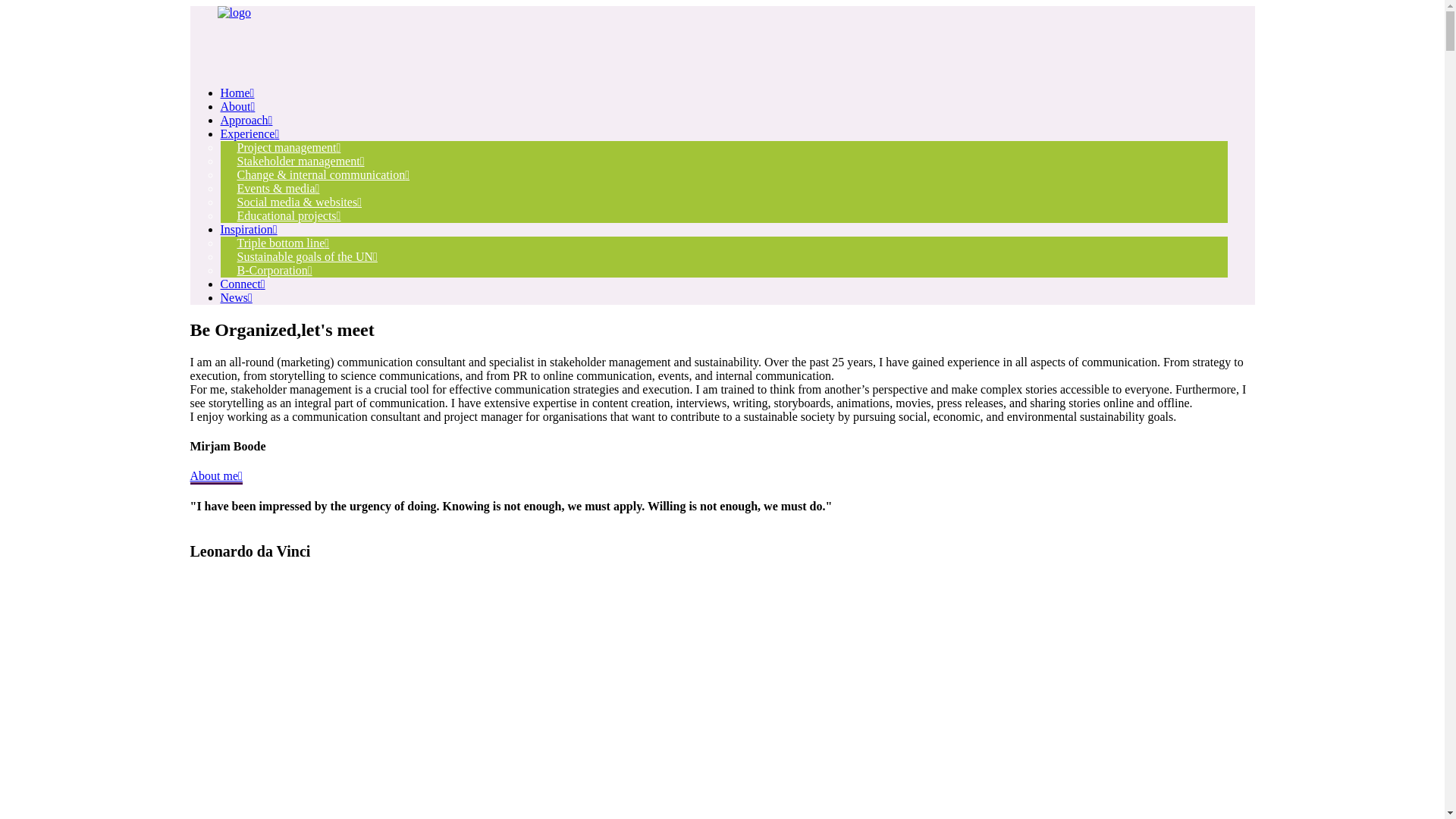 This screenshot has width=1456, height=819. What do you see at coordinates (283, 242) in the screenshot?
I see `'Triple bottom line'` at bounding box center [283, 242].